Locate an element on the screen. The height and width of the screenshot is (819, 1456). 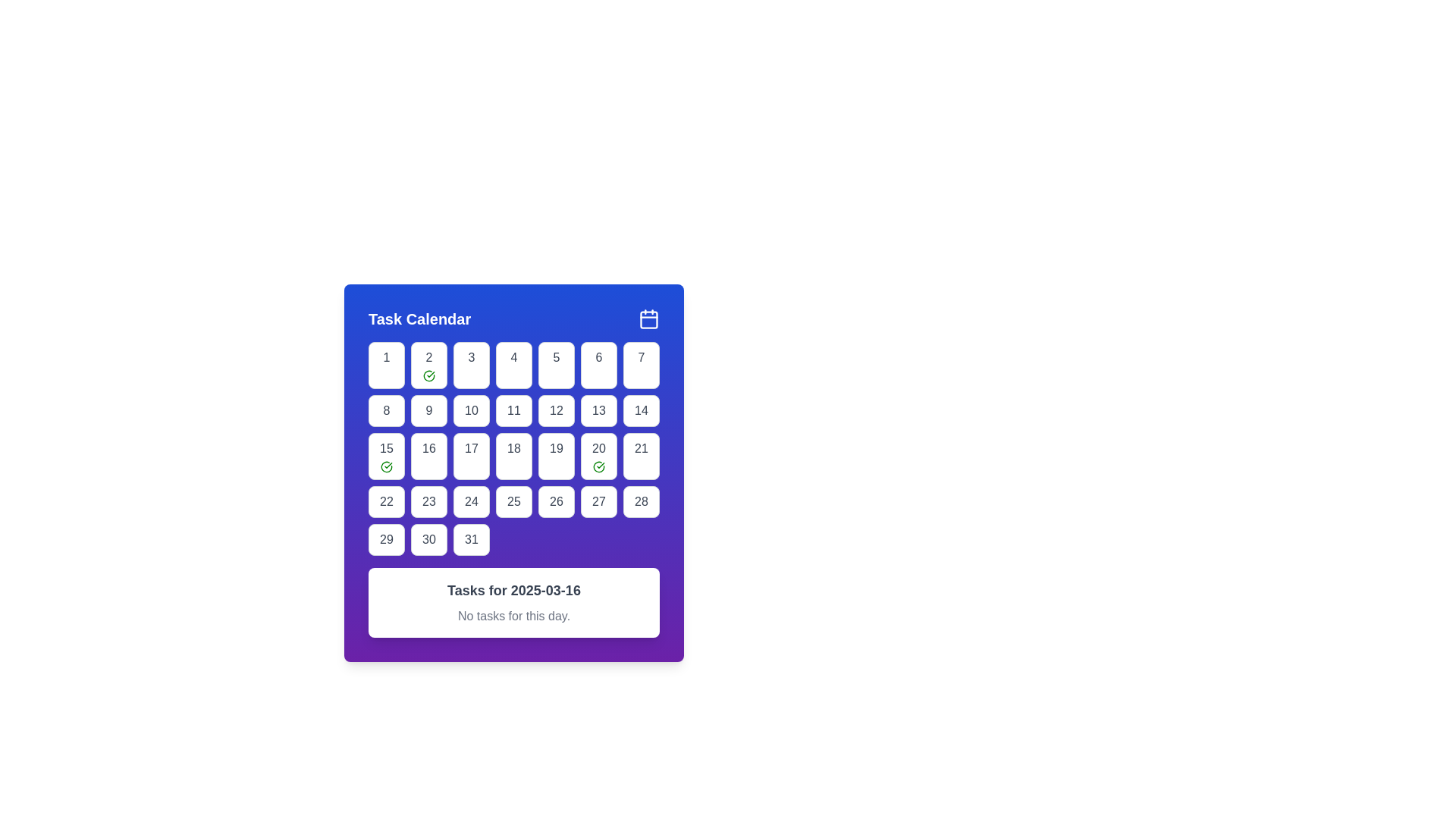
the button-like text element displaying the number '28' is located at coordinates (641, 502).